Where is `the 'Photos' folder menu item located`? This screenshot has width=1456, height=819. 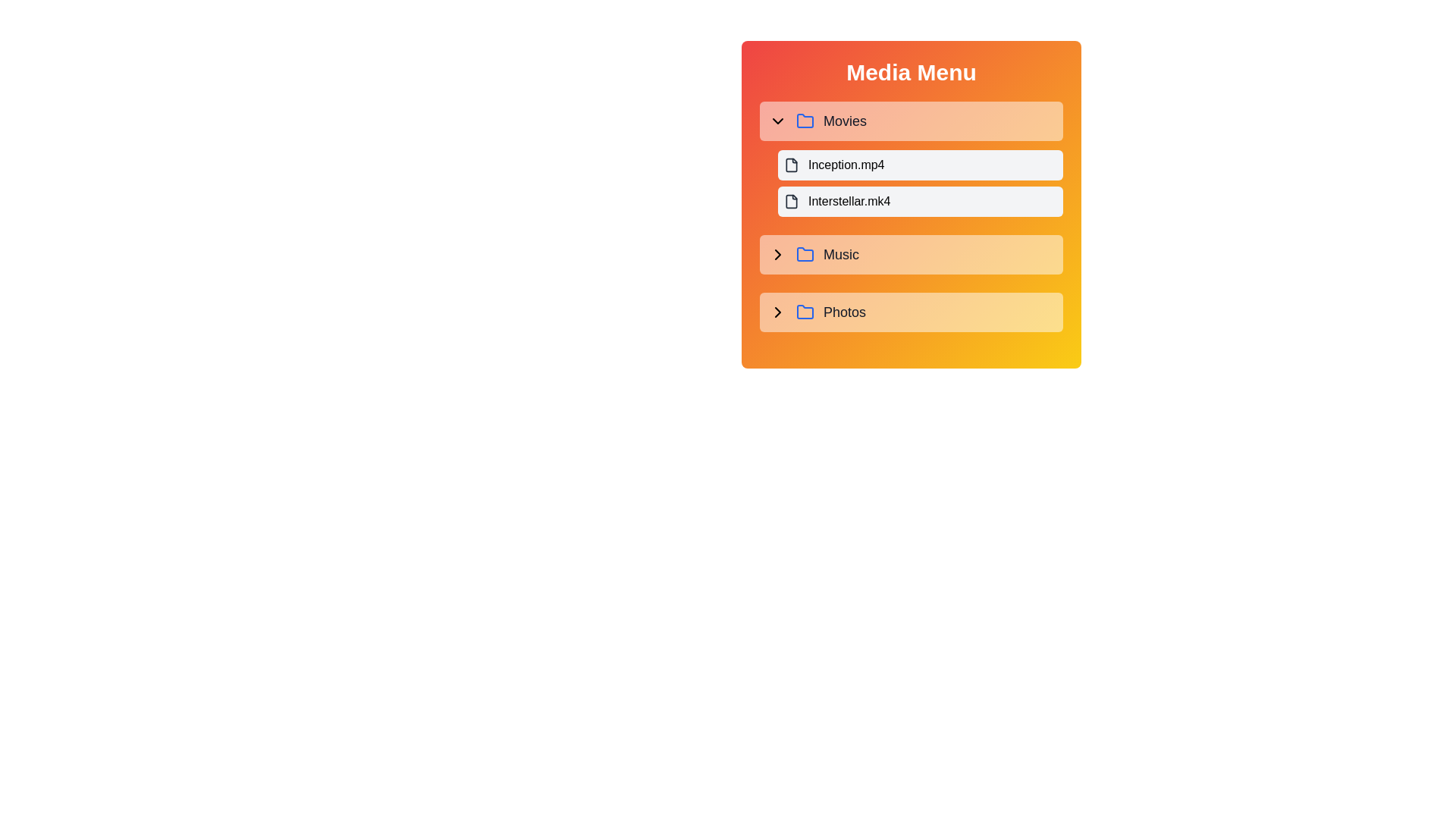
the 'Photos' folder menu item located is located at coordinates (817, 312).